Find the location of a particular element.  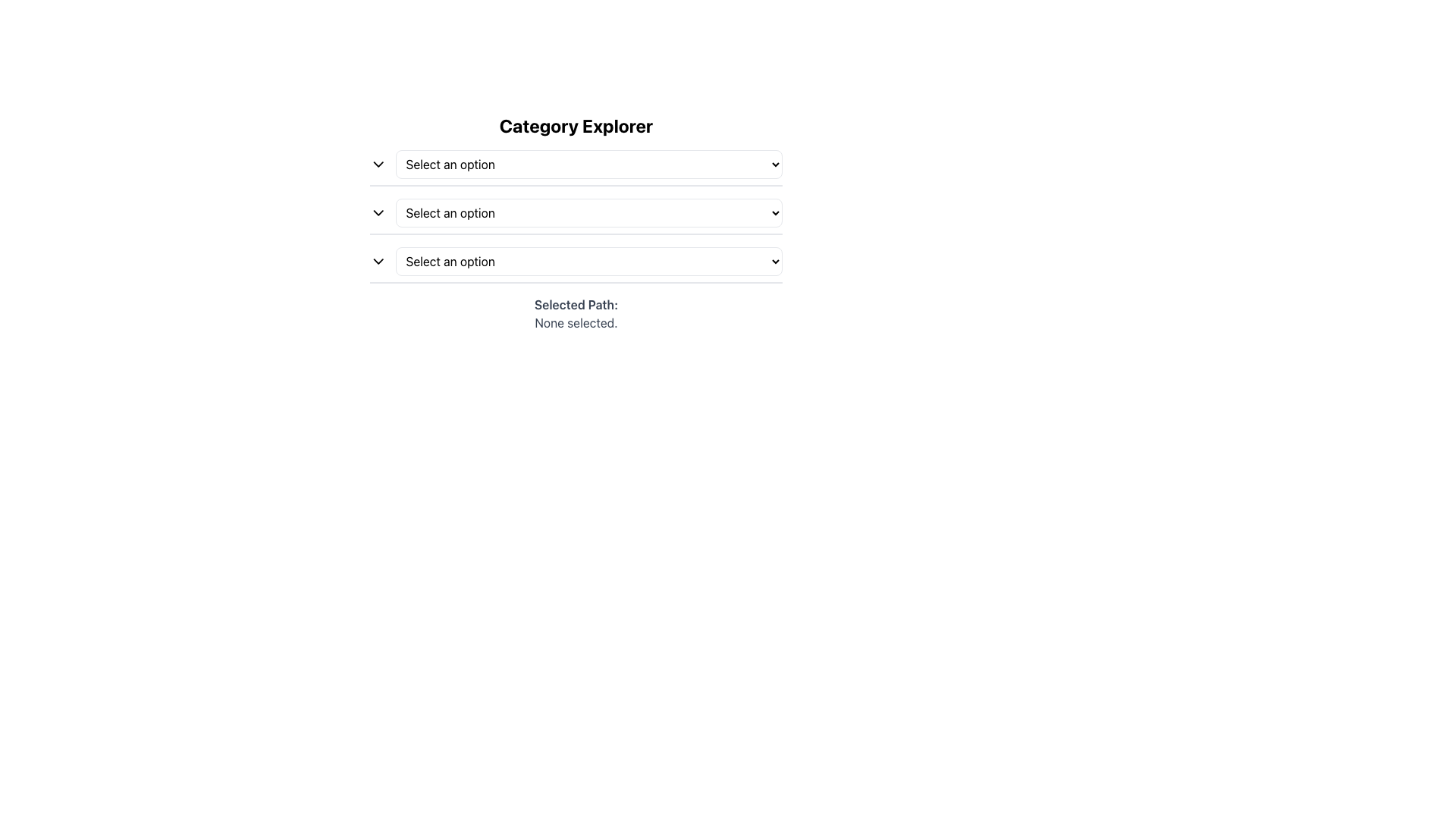

the downward pointing triangle-shaped arrow icon is located at coordinates (378, 164).